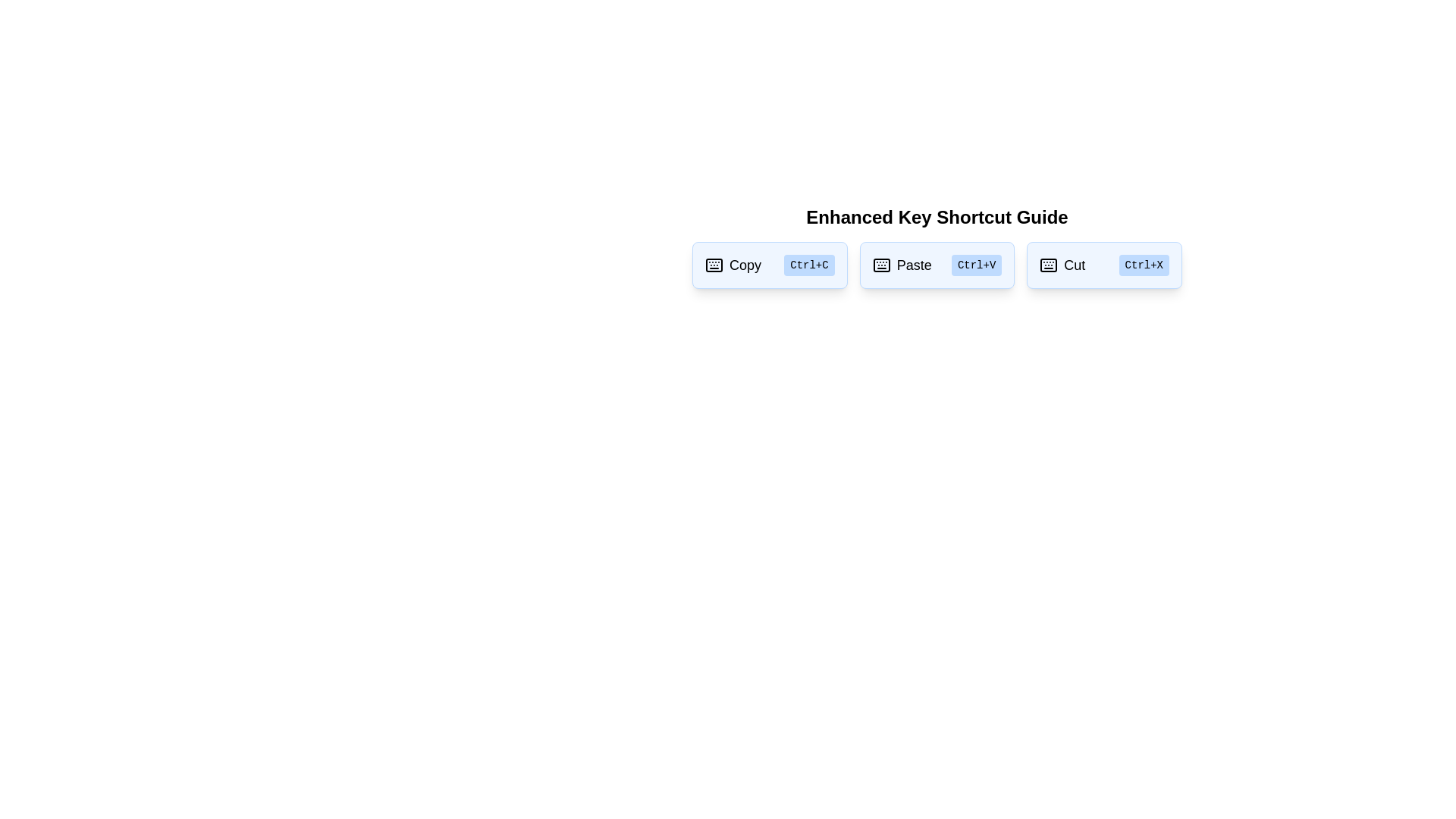 The image size is (1456, 819). What do you see at coordinates (745, 265) in the screenshot?
I see `'Copy' text label, which is styled with a medium-sized bold font and located next to a keyboard icon in a horizontally aligned row` at bounding box center [745, 265].